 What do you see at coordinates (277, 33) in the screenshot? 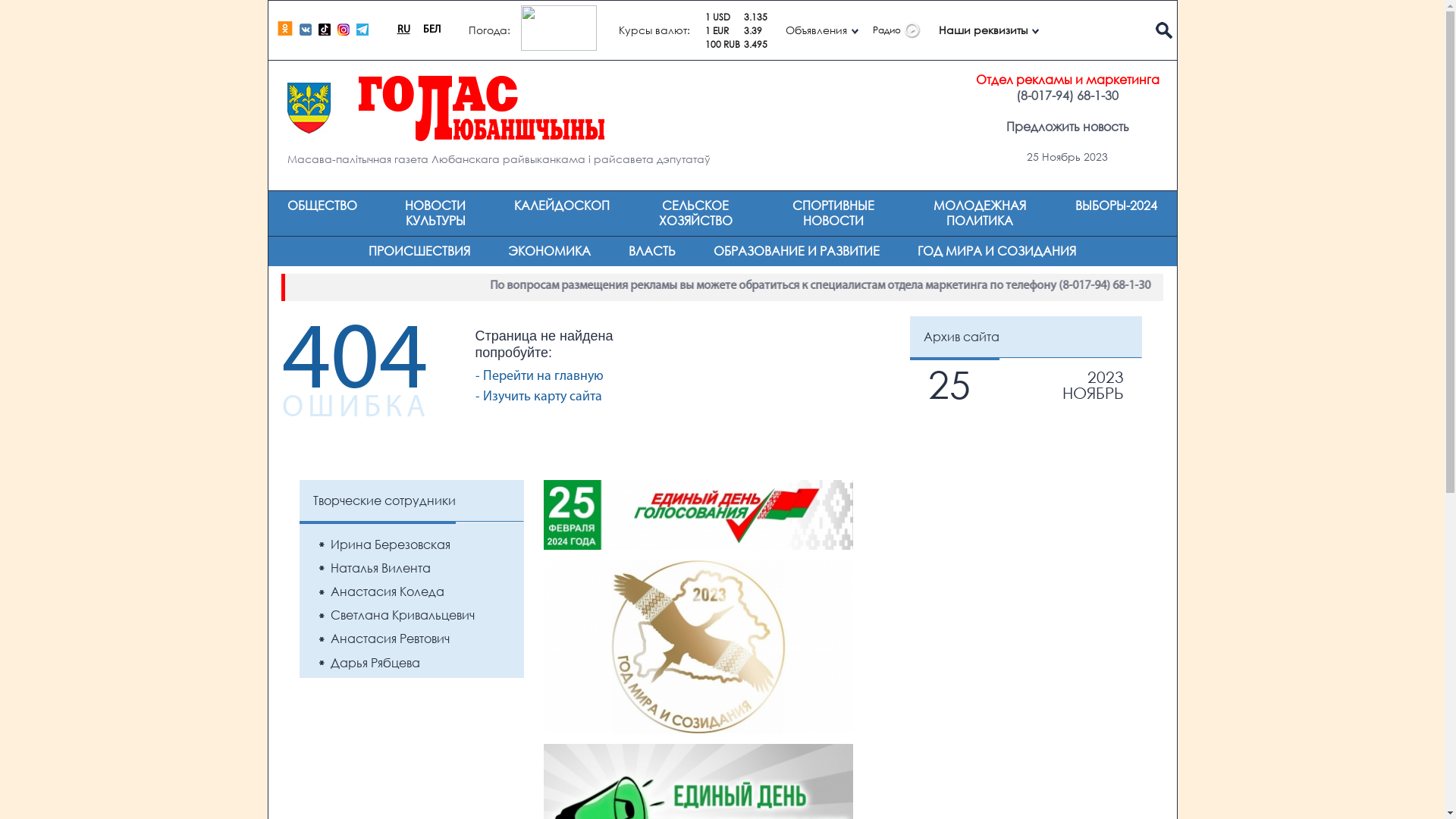
I see `'ok.ru'` at bounding box center [277, 33].